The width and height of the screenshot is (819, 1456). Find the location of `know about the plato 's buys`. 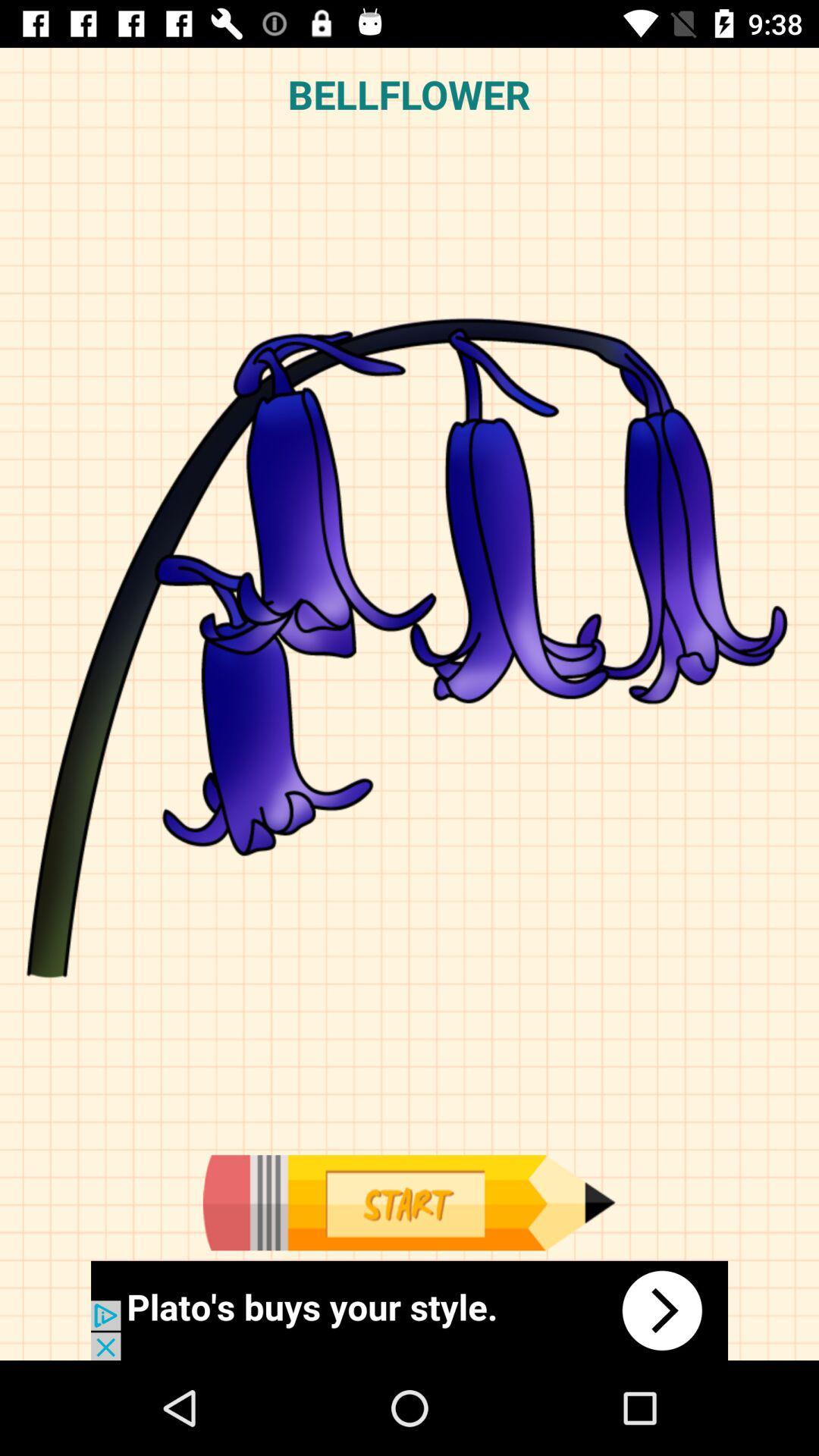

know about the plato 's buys is located at coordinates (409, 1310).